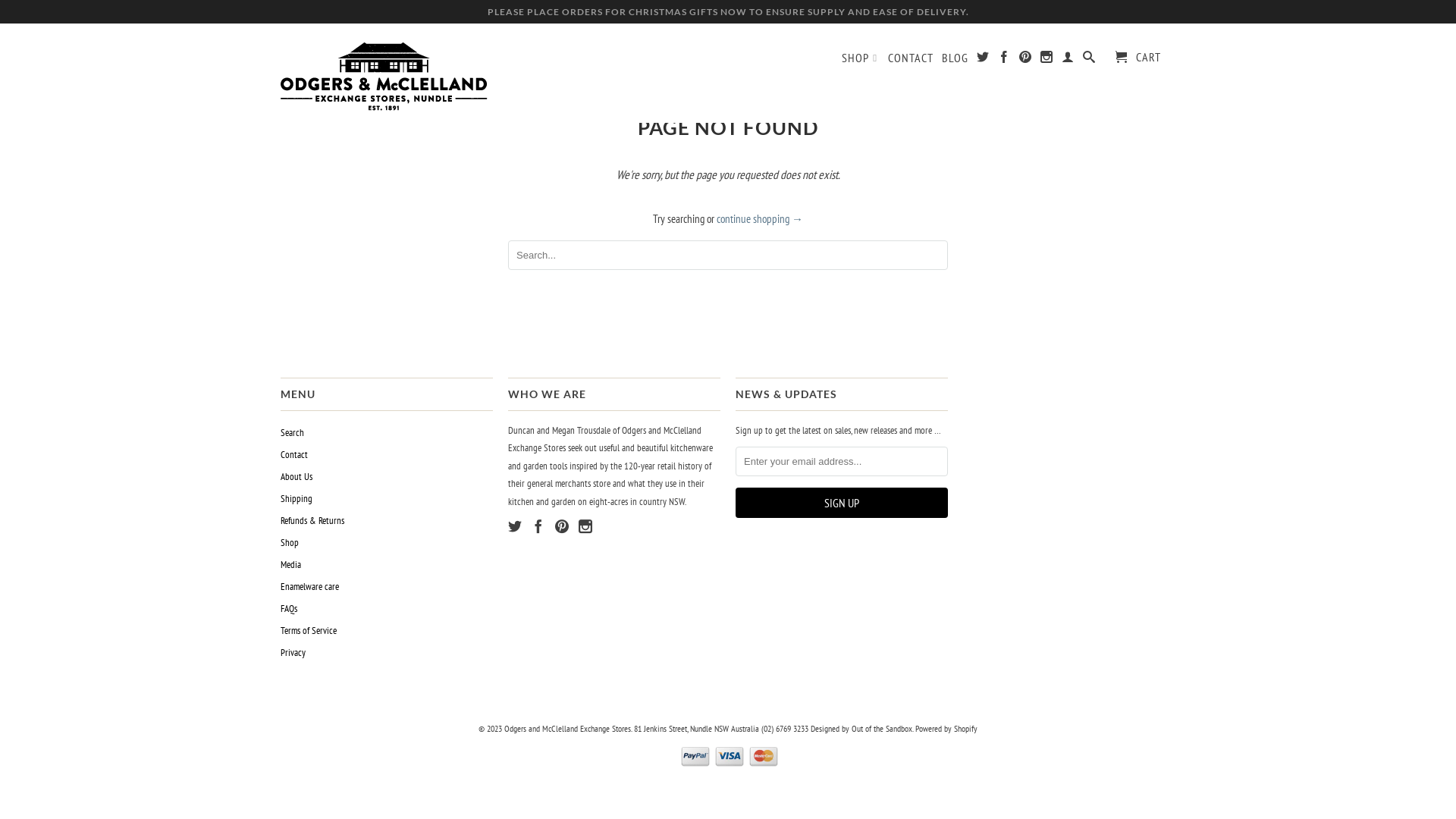 The height and width of the screenshot is (819, 1456). What do you see at coordinates (1061, 58) in the screenshot?
I see `'My Account '` at bounding box center [1061, 58].